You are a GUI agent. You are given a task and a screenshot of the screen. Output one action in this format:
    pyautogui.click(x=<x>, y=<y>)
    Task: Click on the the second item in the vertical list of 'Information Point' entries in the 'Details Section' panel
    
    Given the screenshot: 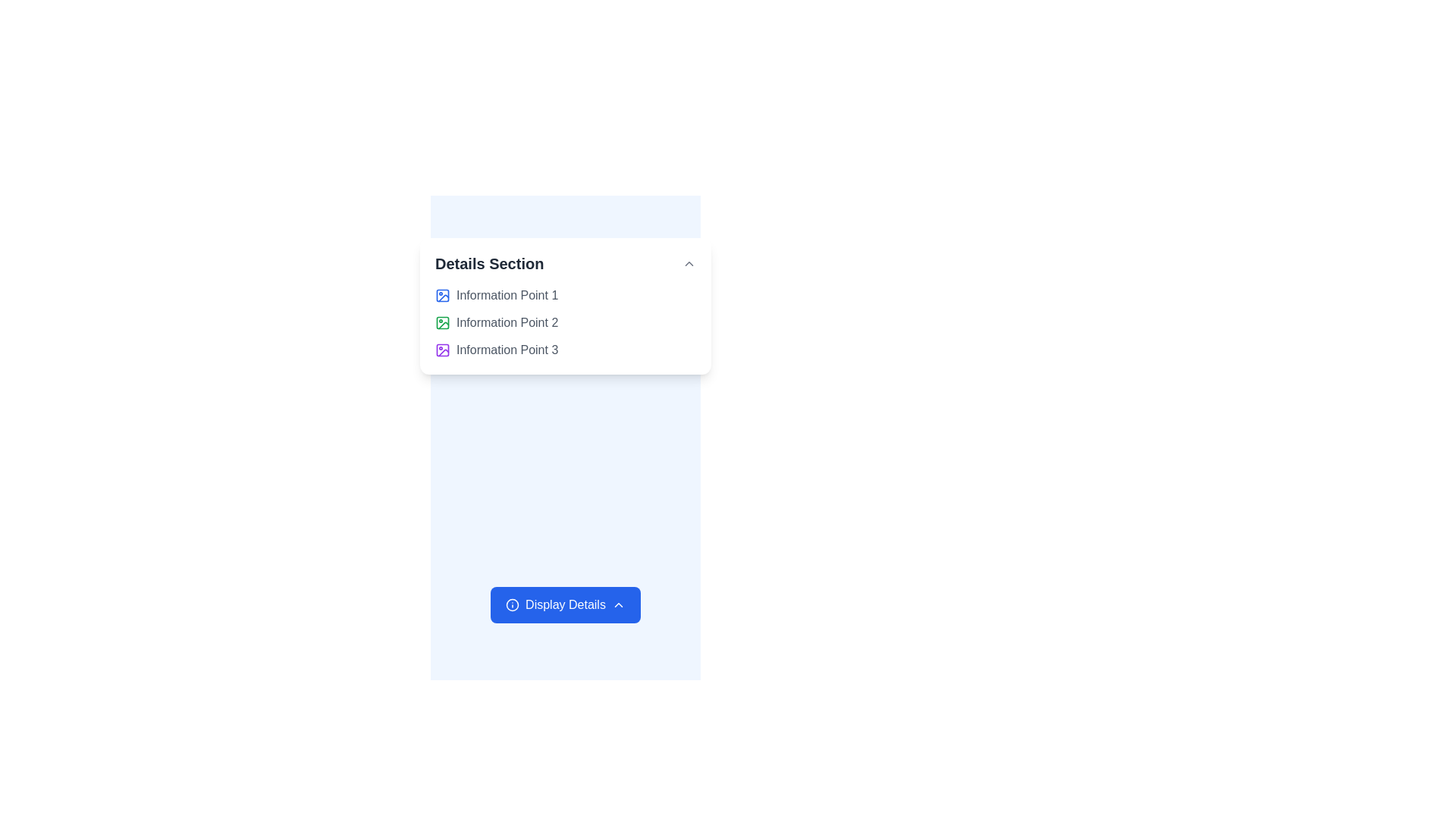 What is the action you would take?
    pyautogui.click(x=564, y=322)
    